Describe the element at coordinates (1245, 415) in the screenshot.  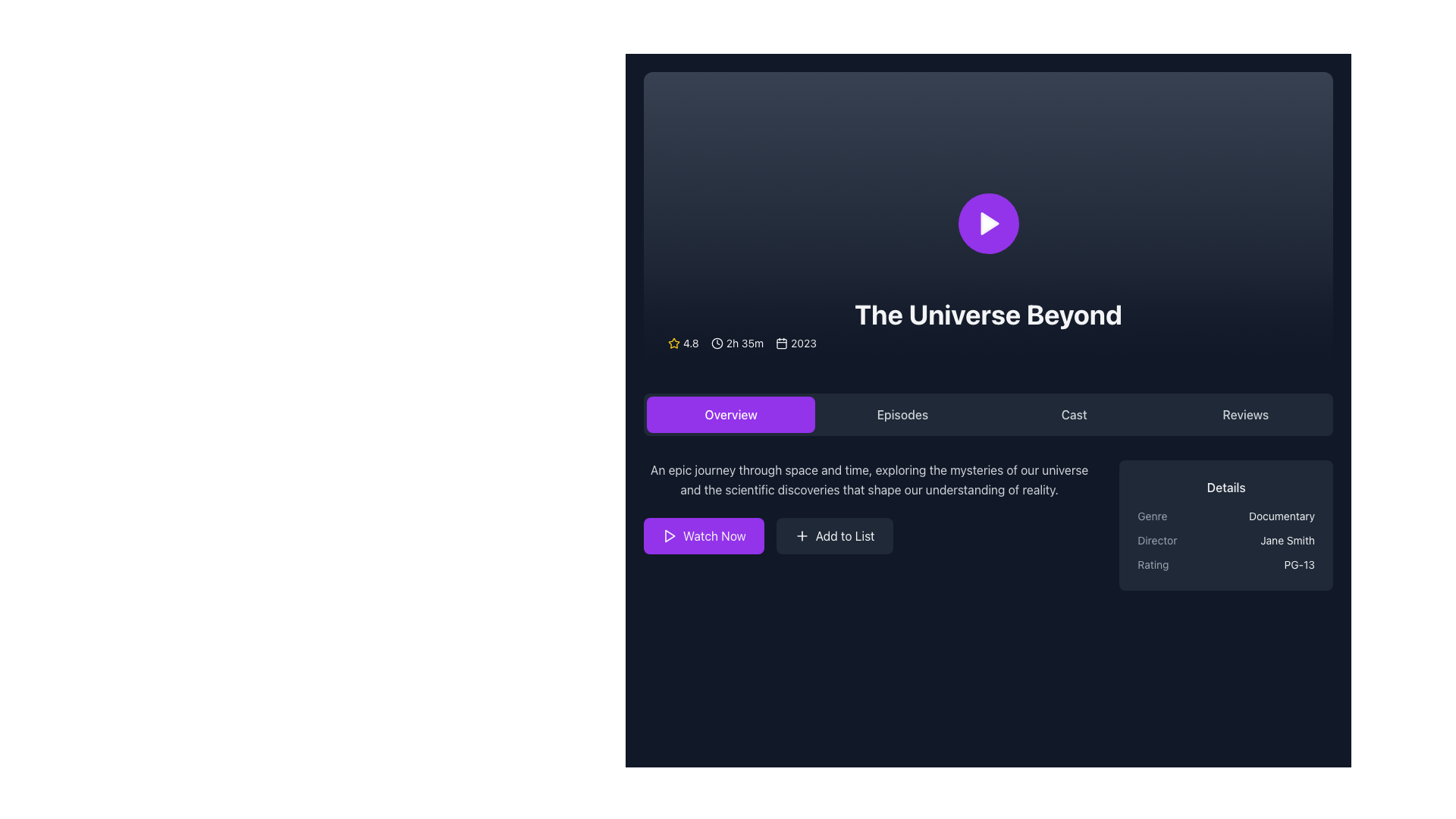
I see `the 'Reviews' button, which is a text button styled with a rounded rectangle shape and has a dark blue background with light gray text, to activate the hover effect` at that location.